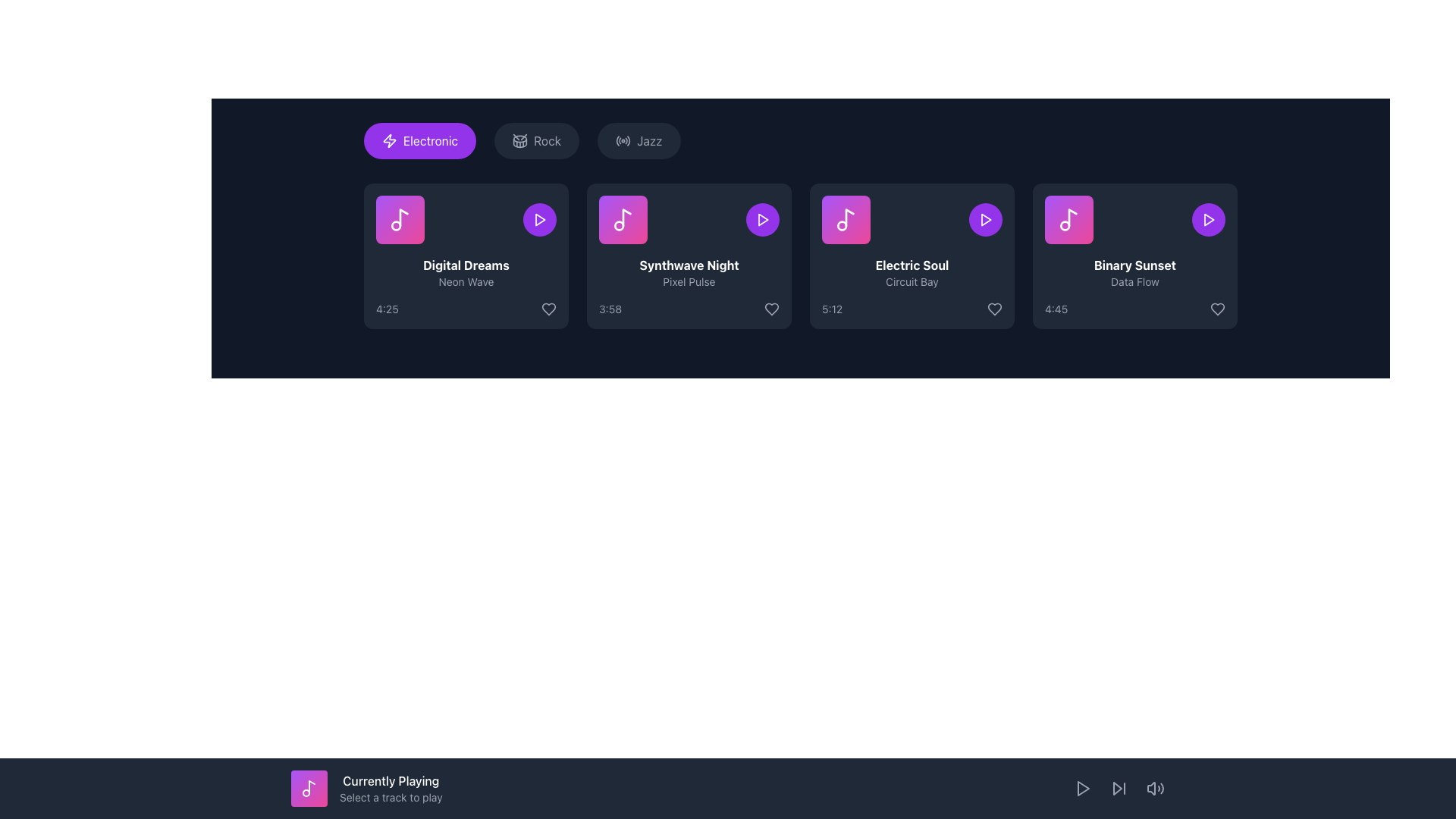 This screenshot has width=1456, height=819. I want to click on the triangular play icon outlined in white on a circular purple background located on the right side of the card for the track 'Synthwave Night' by 'Pixel Pulse', so click(763, 219).